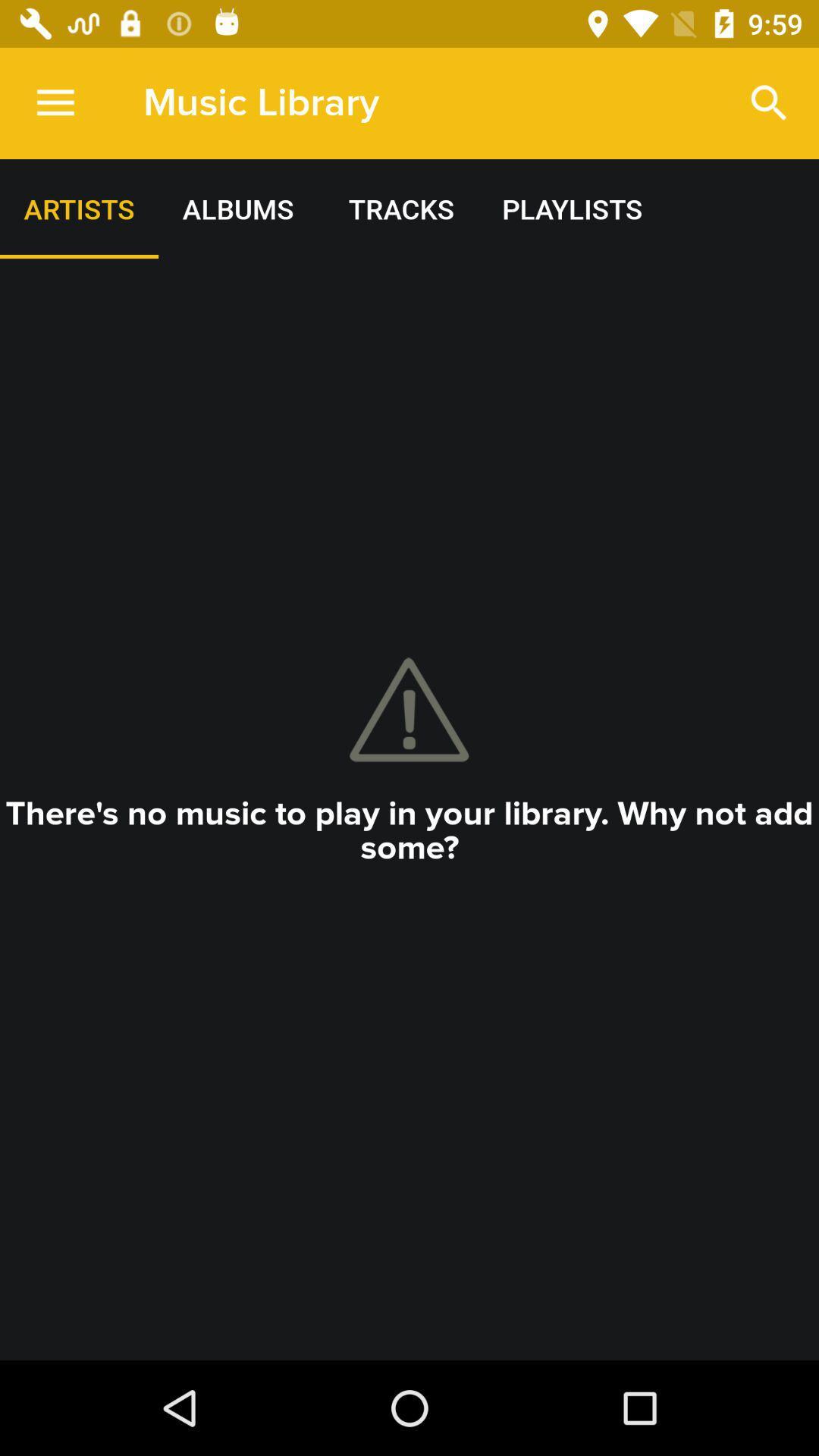 The height and width of the screenshot is (1456, 819). I want to click on the icon next to the music library icon, so click(769, 102).